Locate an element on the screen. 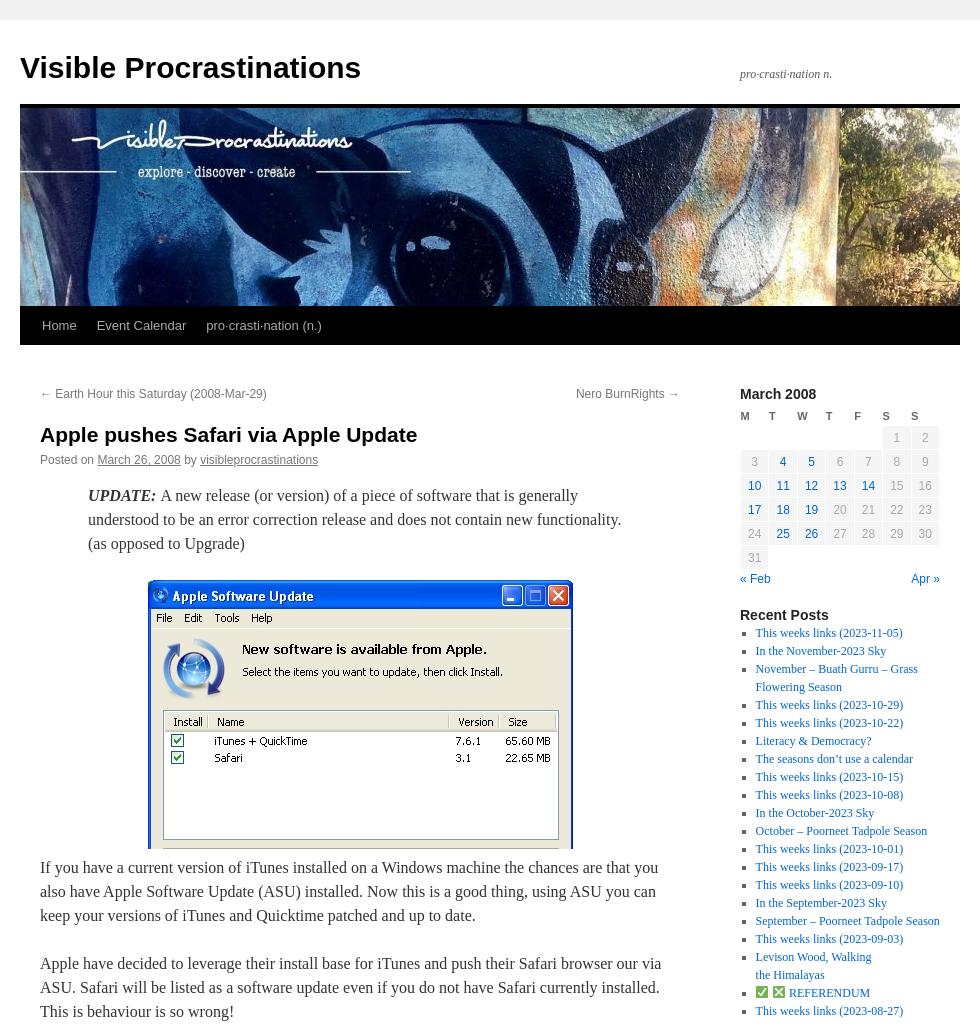 The height and width of the screenshot is (1029, 980). 'This weeks links (2023-10-29)' is located at coordinates (828, 703).